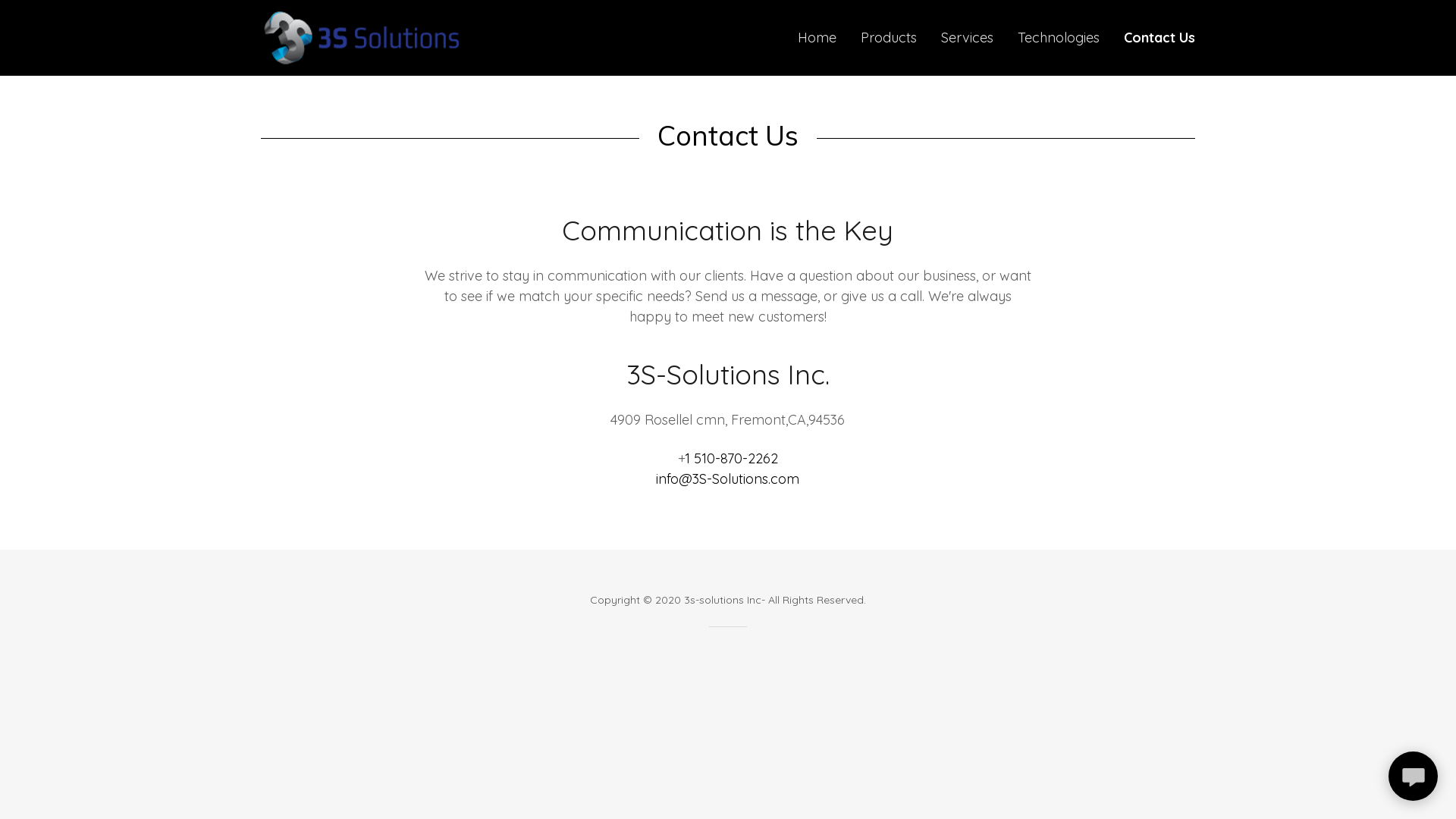  I want to click on 'info@3S-Solutions.com', so click(726, 479).